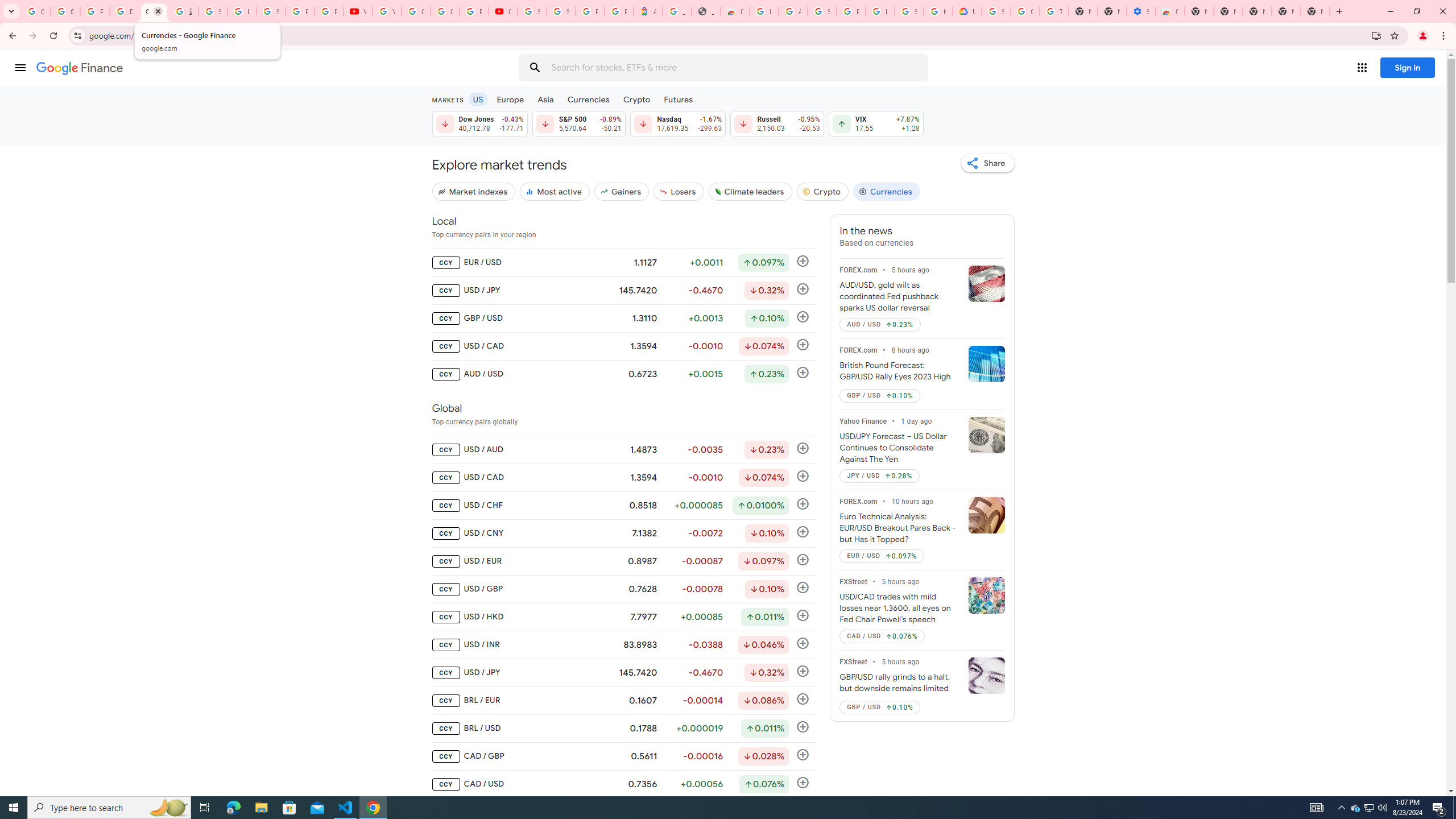 Image resolution: width=1456 pixels, height=819 pixels. I want to click on 'Sign in', so click(1407, 67).